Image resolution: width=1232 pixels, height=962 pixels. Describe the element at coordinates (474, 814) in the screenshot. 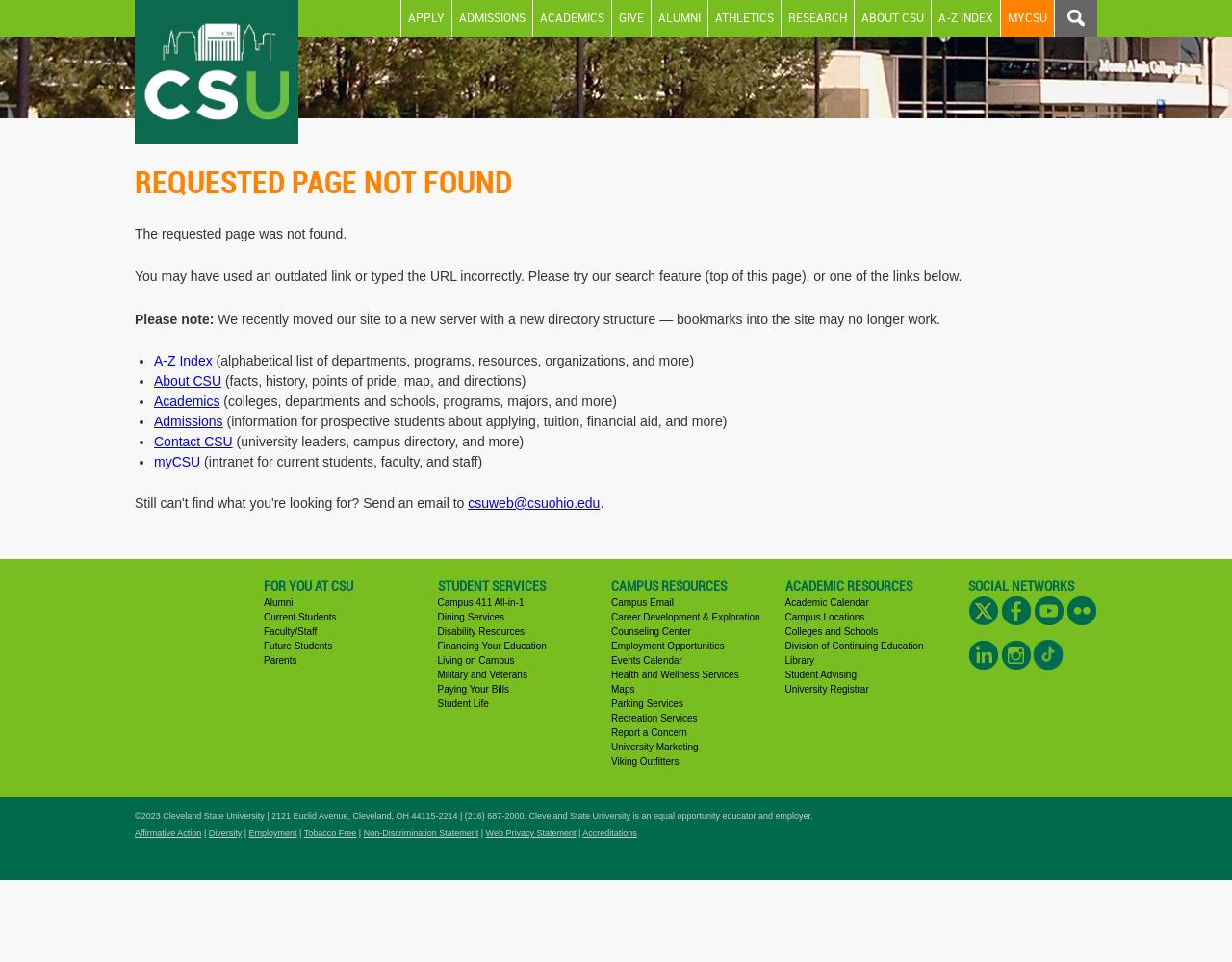

I see `'©2023 Cleveland State University | 2121 Euclid Avenue, Cleveland, OH 44115-2214 | (216) 687-2000. Cleveland State University is an equal opportunity educator and employer.'` at that location.